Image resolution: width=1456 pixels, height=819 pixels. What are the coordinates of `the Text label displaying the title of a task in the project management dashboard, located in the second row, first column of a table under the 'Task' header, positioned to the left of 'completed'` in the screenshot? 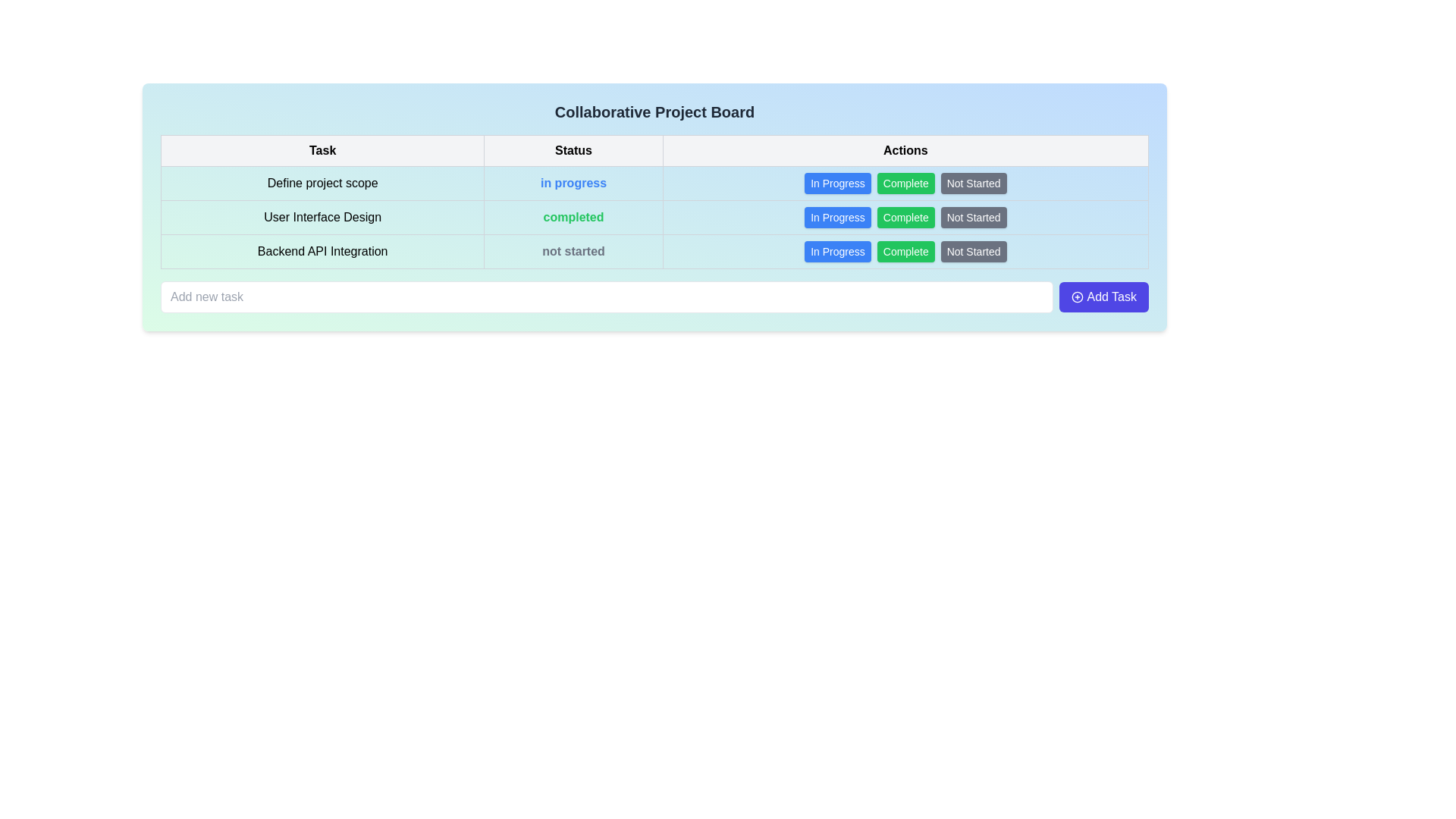 It's located at (322, 217).